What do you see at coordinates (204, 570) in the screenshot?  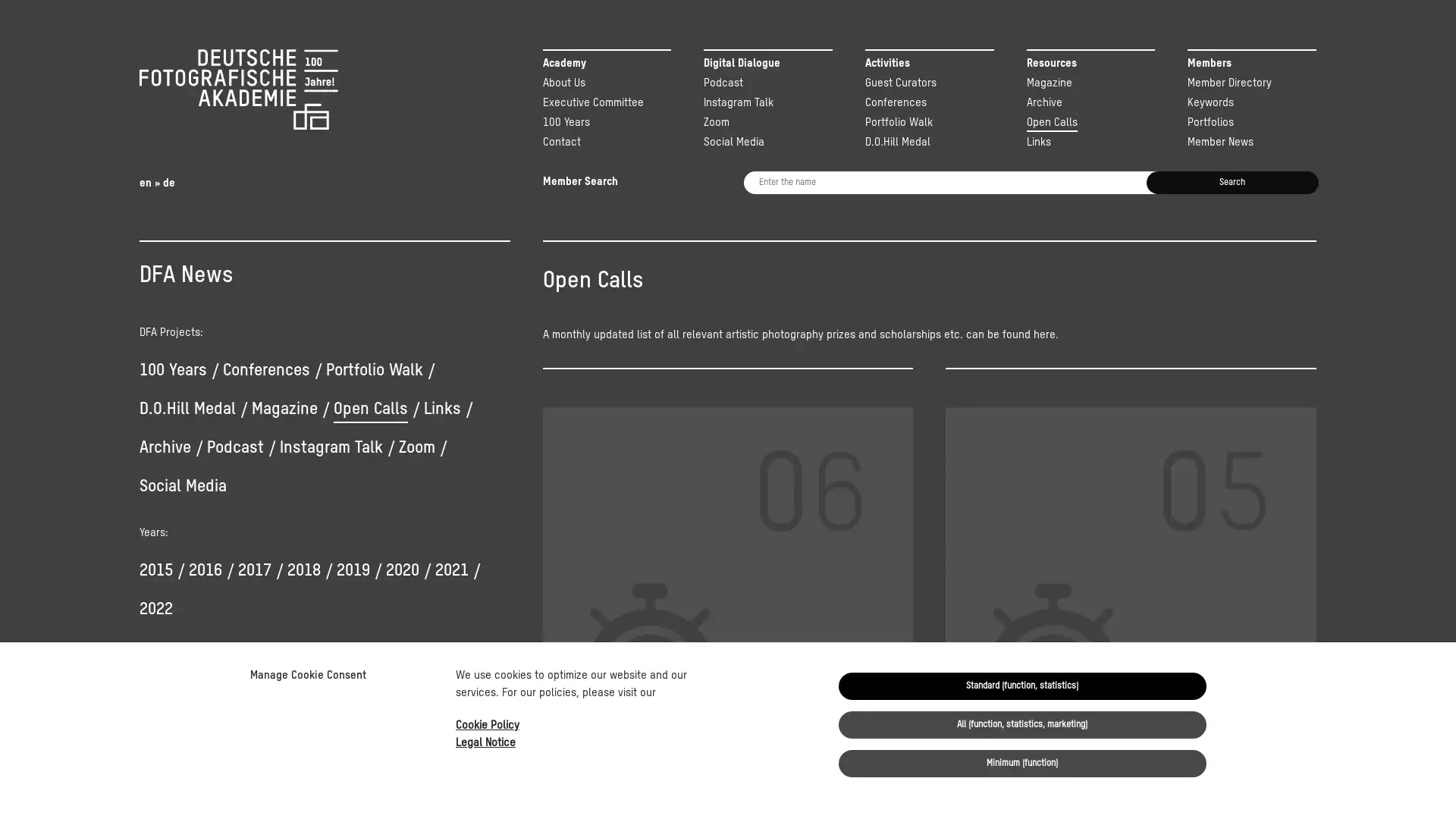 I see `2016` at bounding box center [204, 570].